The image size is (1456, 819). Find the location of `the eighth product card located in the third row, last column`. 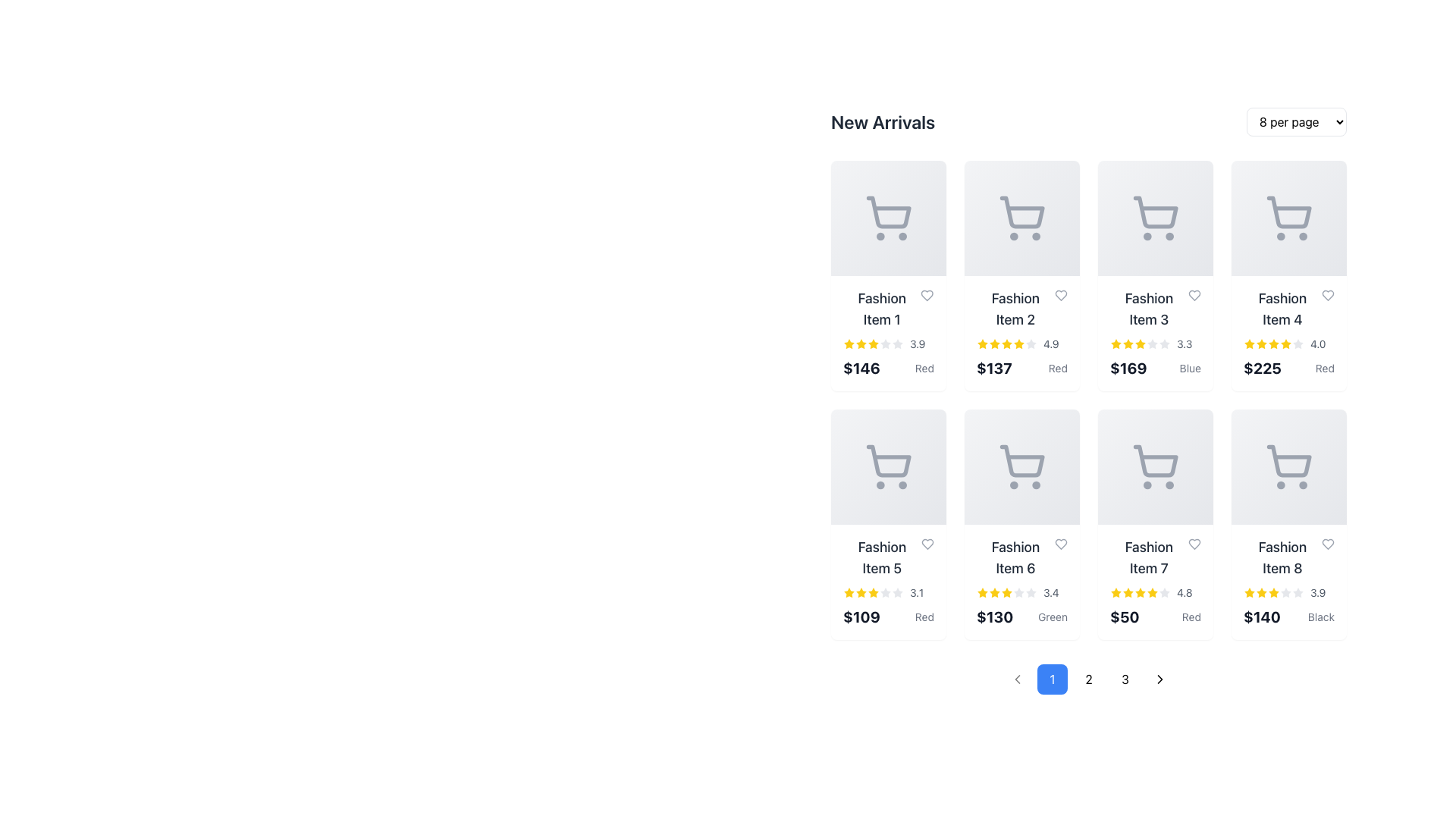

the eighth product card located in the third row, last column is located at coordinates (1288, 581).